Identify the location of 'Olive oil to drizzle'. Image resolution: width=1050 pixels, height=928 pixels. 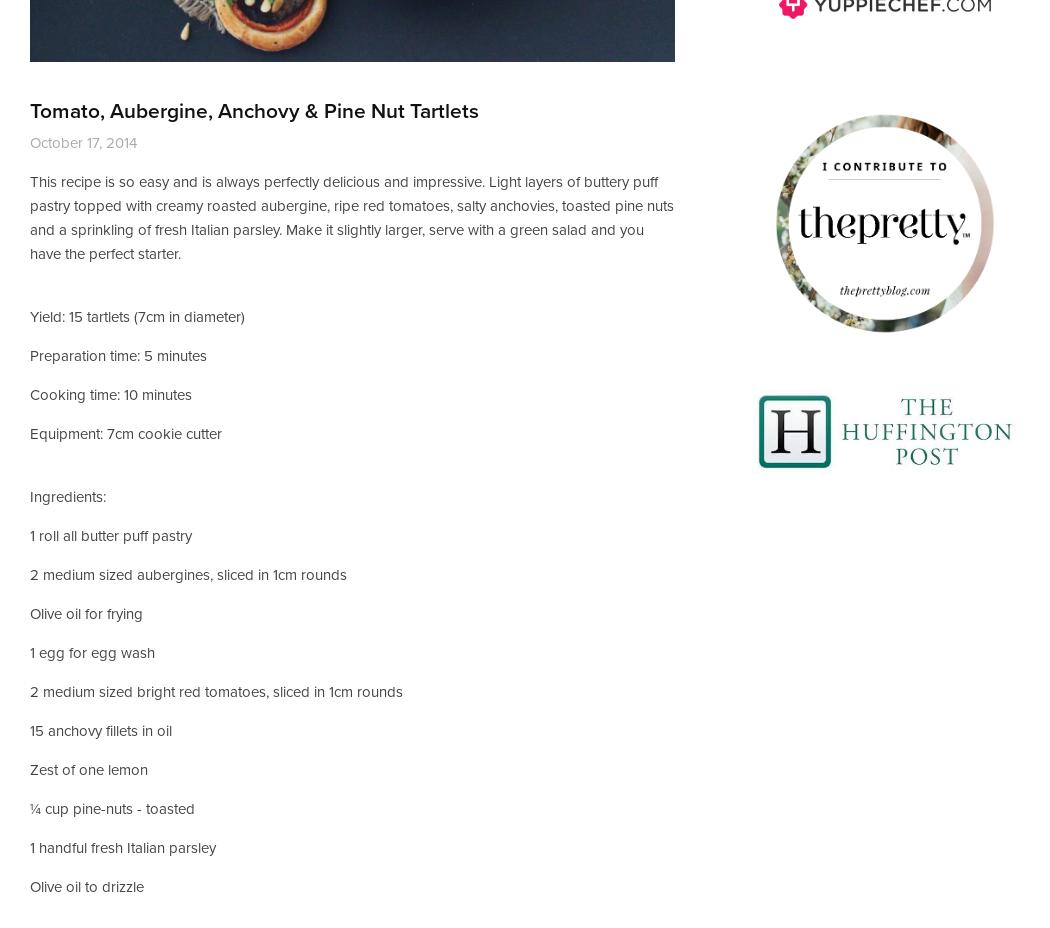
(30, 885).